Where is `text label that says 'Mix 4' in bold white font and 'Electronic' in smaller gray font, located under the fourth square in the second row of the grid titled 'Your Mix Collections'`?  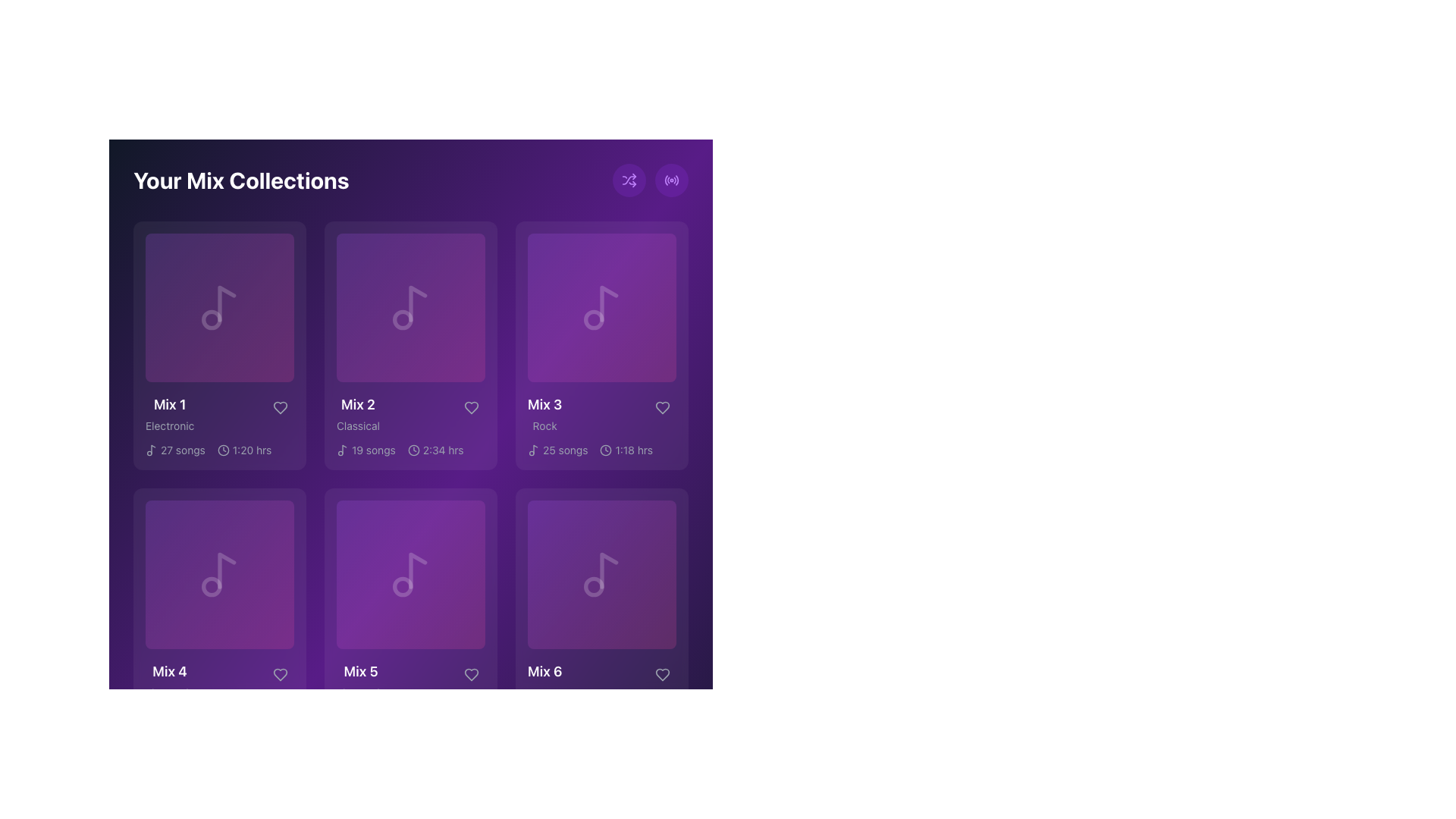 text label that says 'Mix 4' in bold white font and 'Electronic' in smaller gray font, located under the fourth square in the second row of the grid titled 'Your Mix Collections' is located at coordinates (218, 680).